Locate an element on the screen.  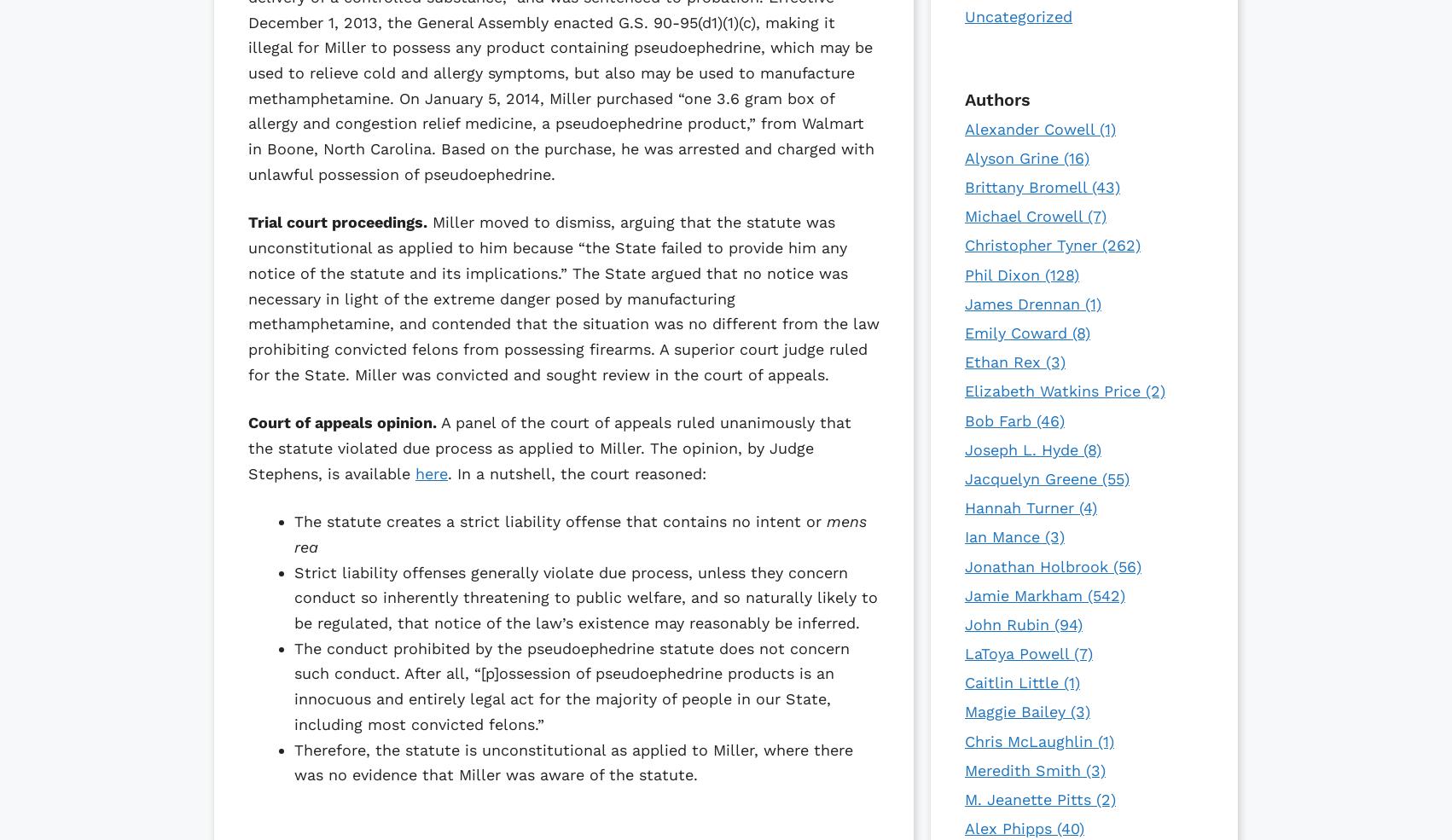
'Jonathan Holbrook' is located at coordinates (963, 565).